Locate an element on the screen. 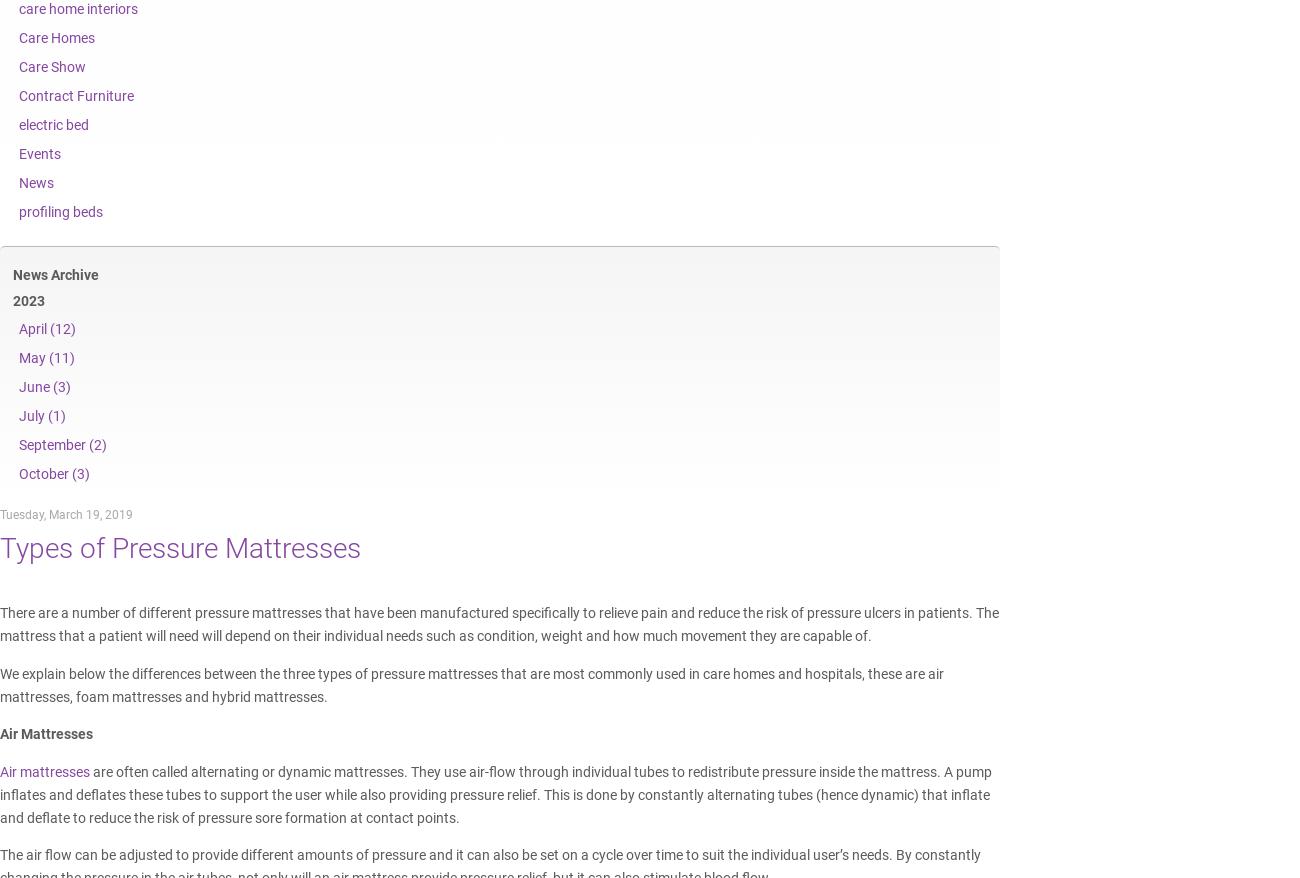 This screenshot has width=1300, height=878. 'profiling beds' is located at coordinates (60, 211).